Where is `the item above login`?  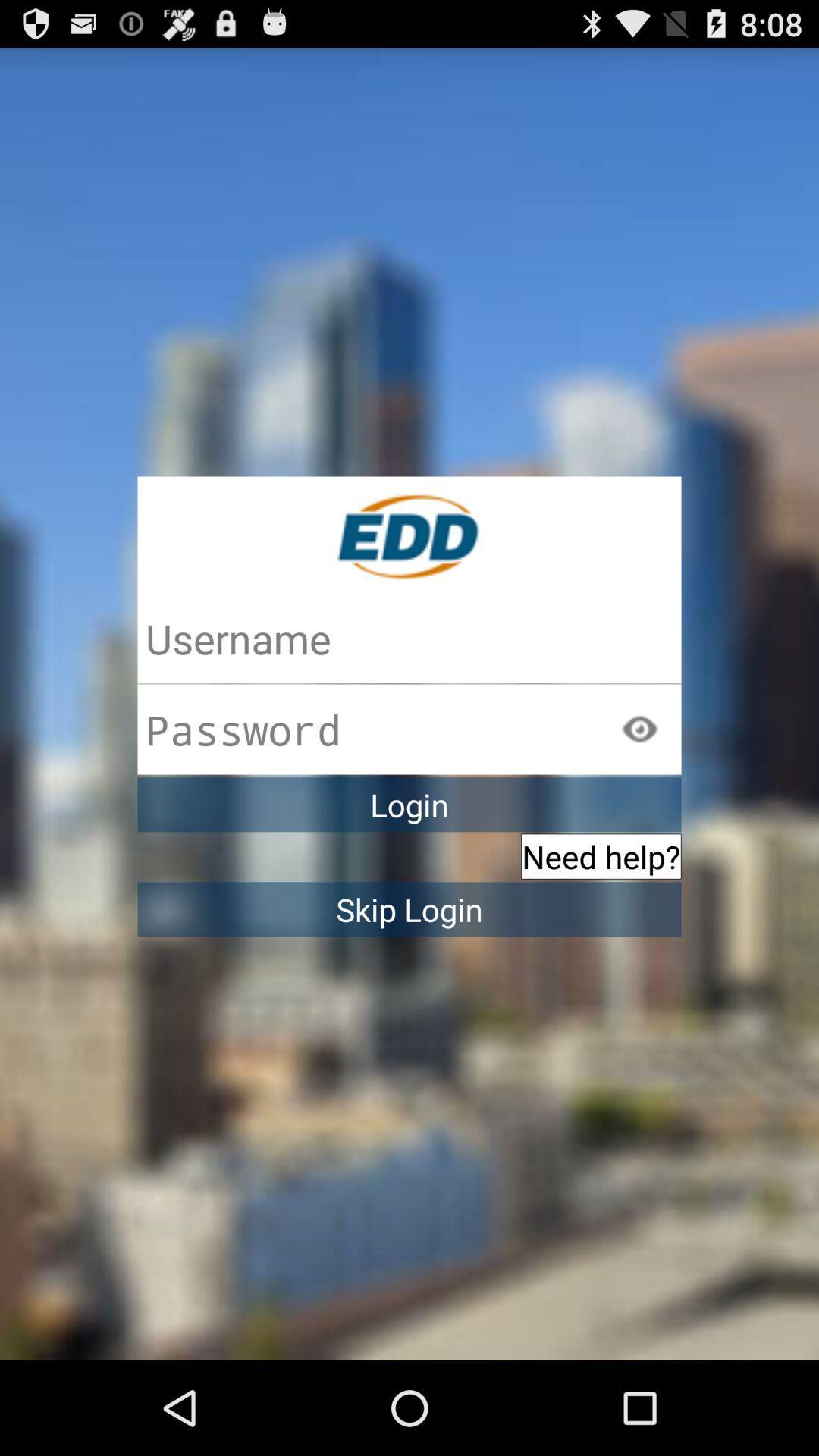
the item above login is located at coordinates (639, 729).